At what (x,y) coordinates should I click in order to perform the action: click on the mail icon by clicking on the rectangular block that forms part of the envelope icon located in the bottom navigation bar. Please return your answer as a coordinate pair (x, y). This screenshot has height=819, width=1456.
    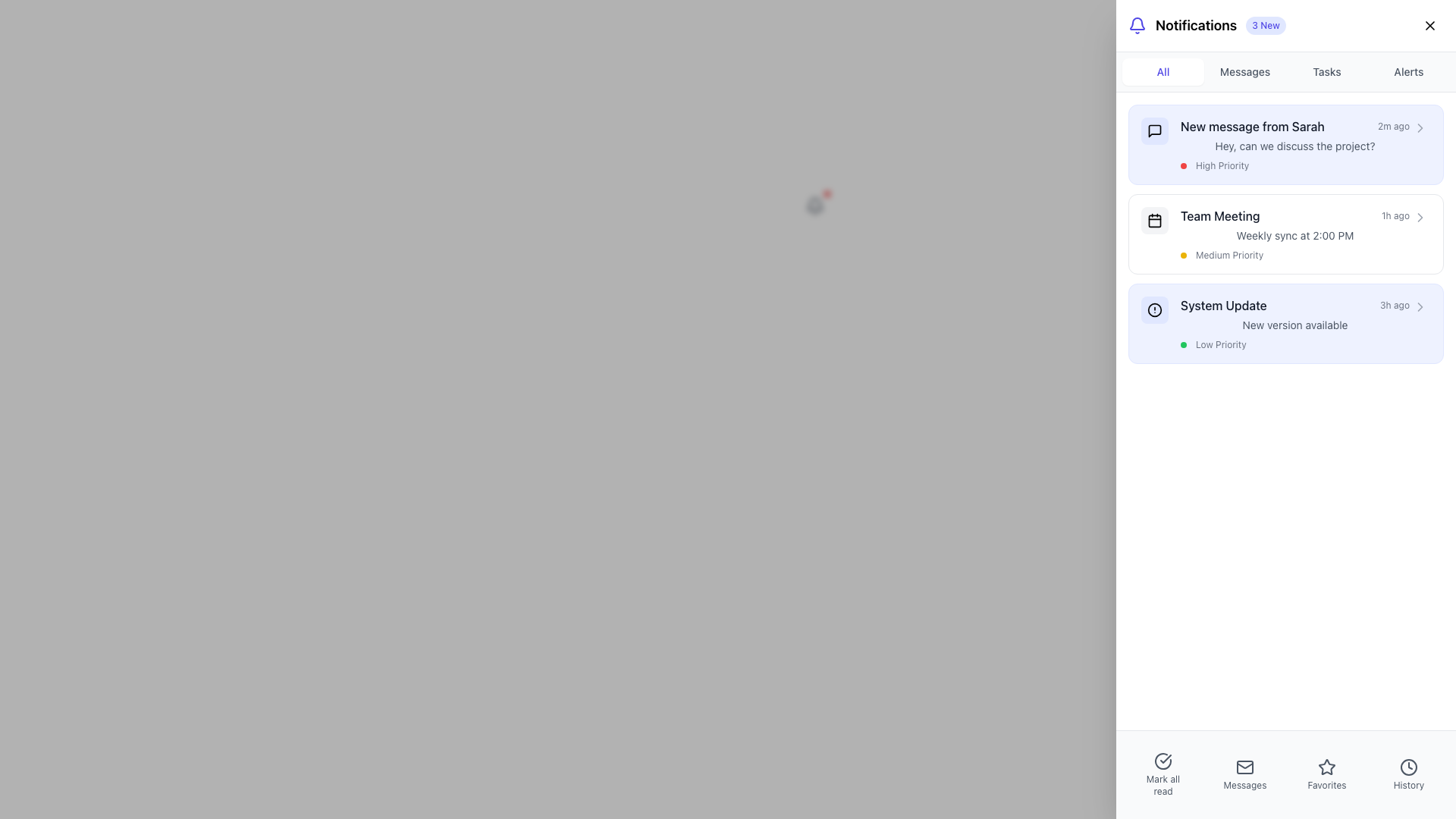
    Looking at the image, I should click on (1244, 767).